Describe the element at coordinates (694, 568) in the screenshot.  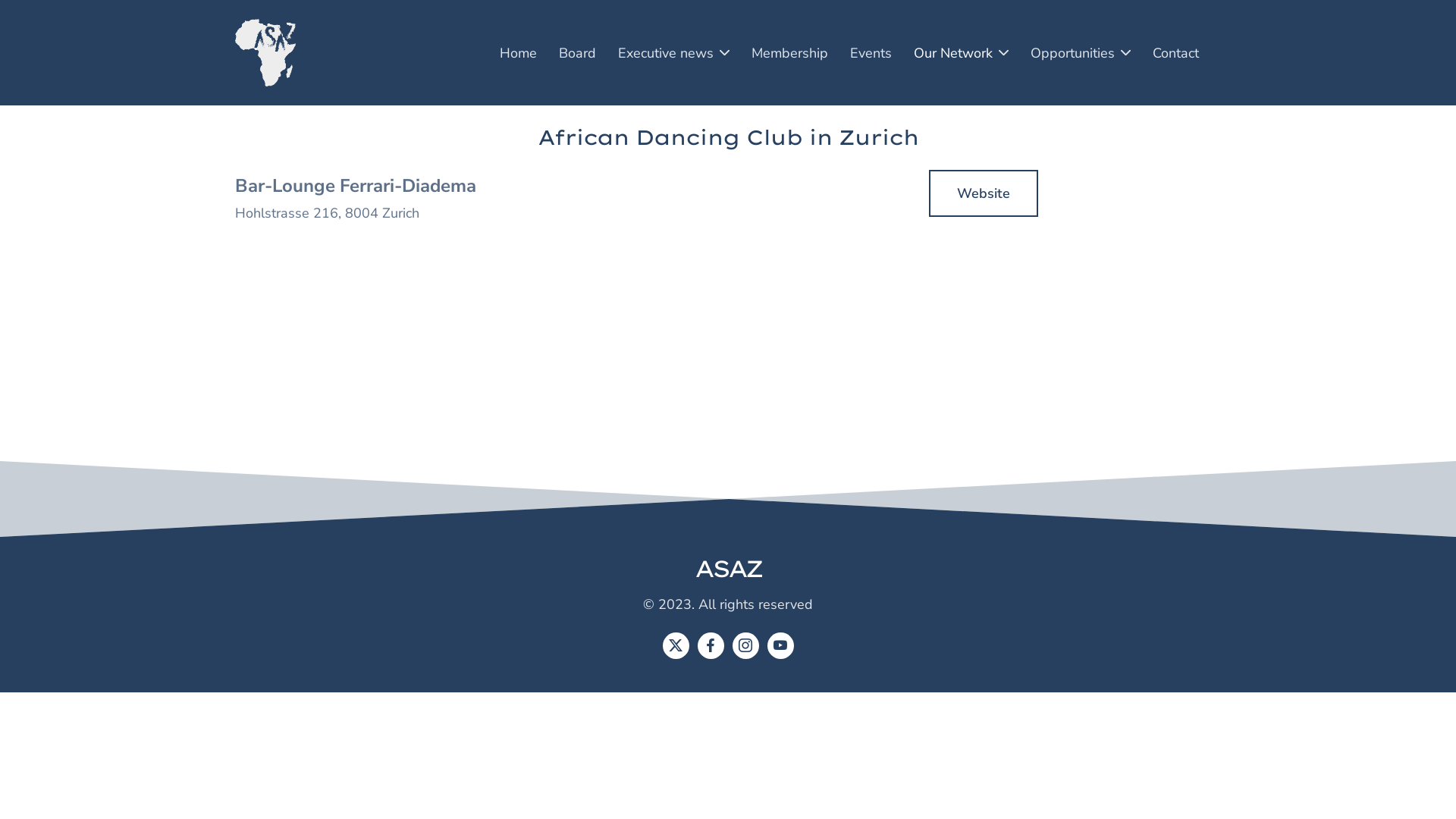
I see `'ASAZ'` at that location.